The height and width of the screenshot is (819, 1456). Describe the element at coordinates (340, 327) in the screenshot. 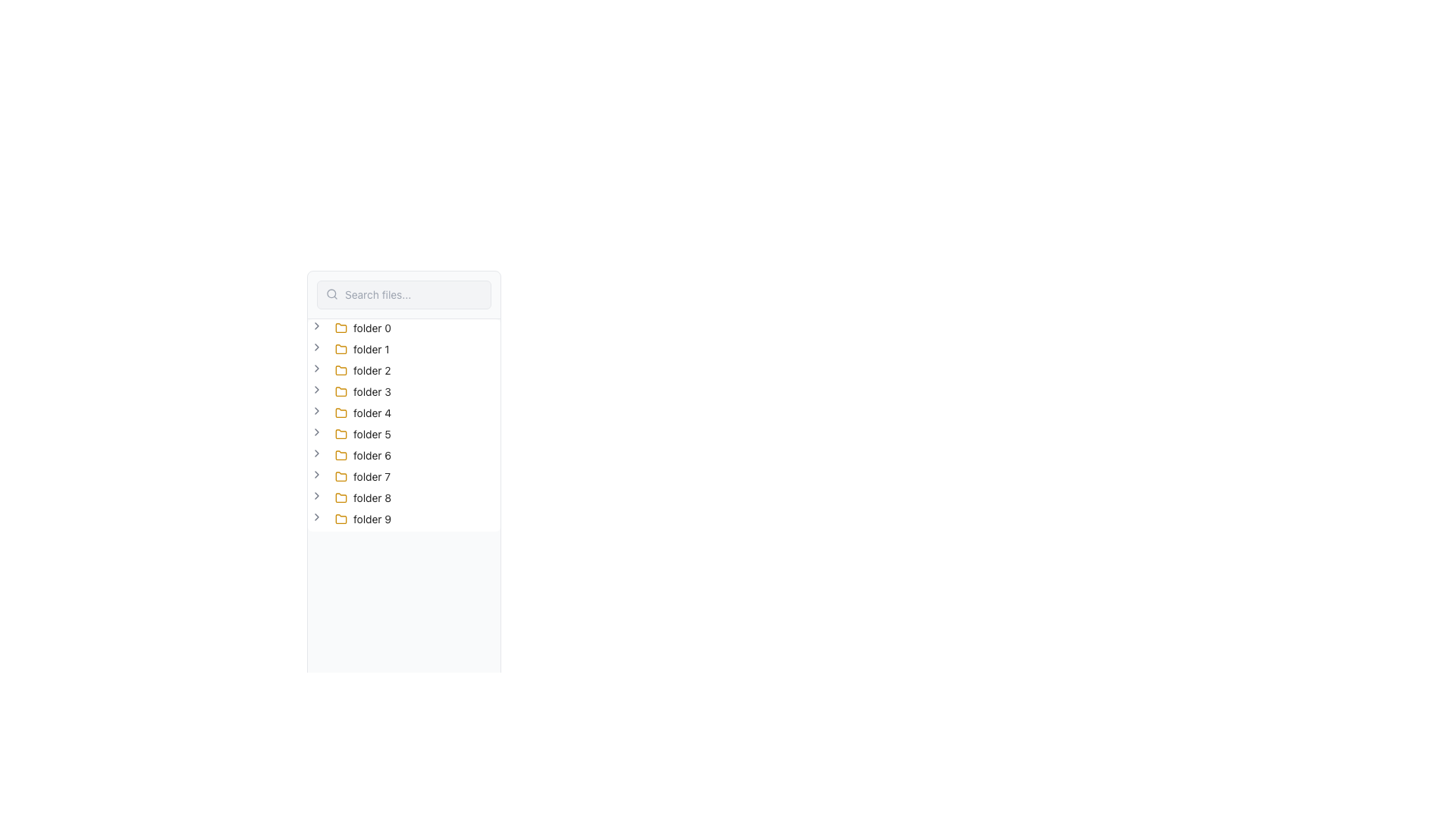

I see `the topmost folder icon` at that location.